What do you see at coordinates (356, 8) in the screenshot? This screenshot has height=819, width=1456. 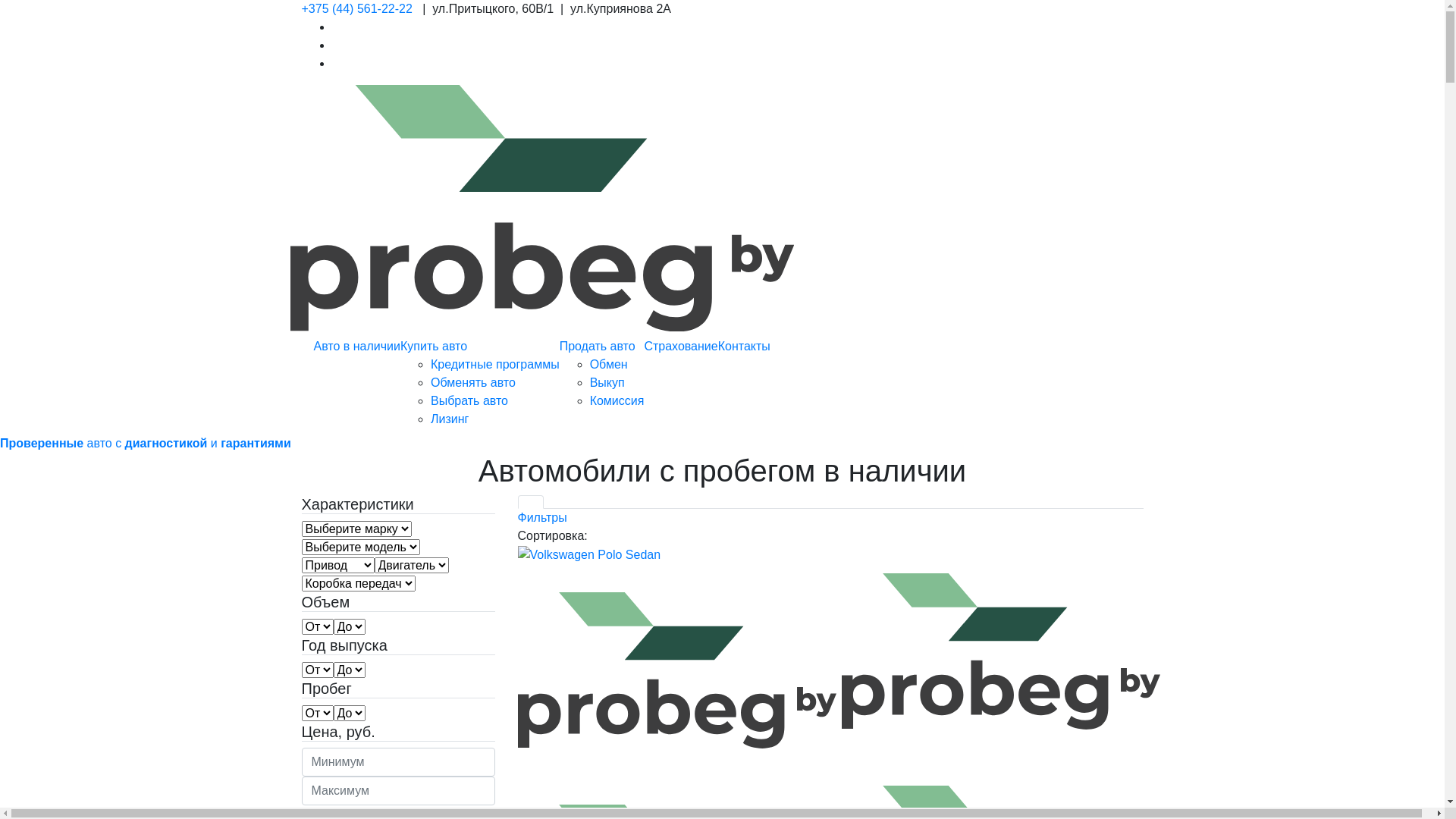 I see `'+375 (44) 561-22-22'` at bounding box center [356, 8].